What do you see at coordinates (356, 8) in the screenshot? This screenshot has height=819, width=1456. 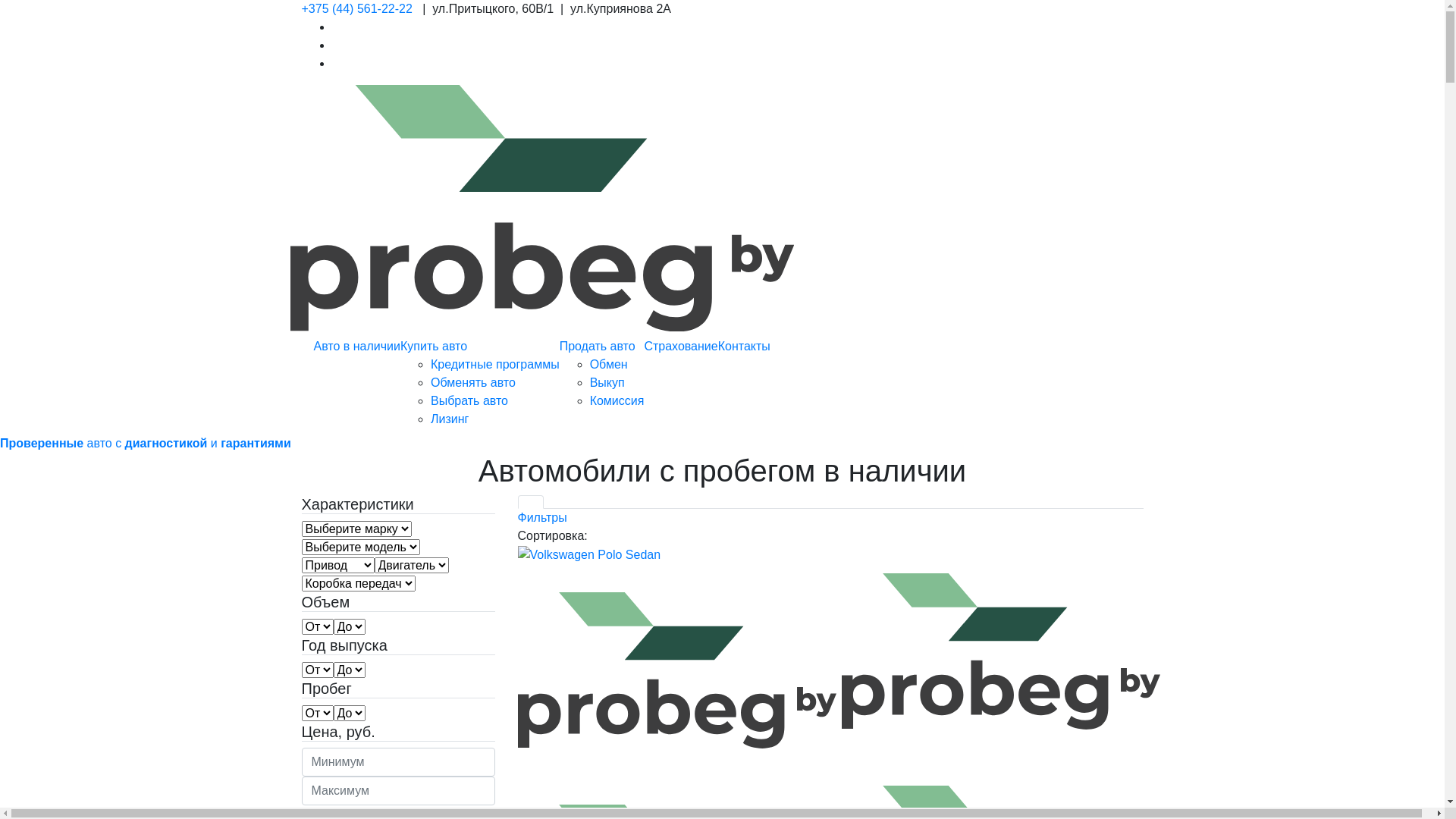 I see `'+375 (44) 561-22-22'` at bounding box center [356, 8].